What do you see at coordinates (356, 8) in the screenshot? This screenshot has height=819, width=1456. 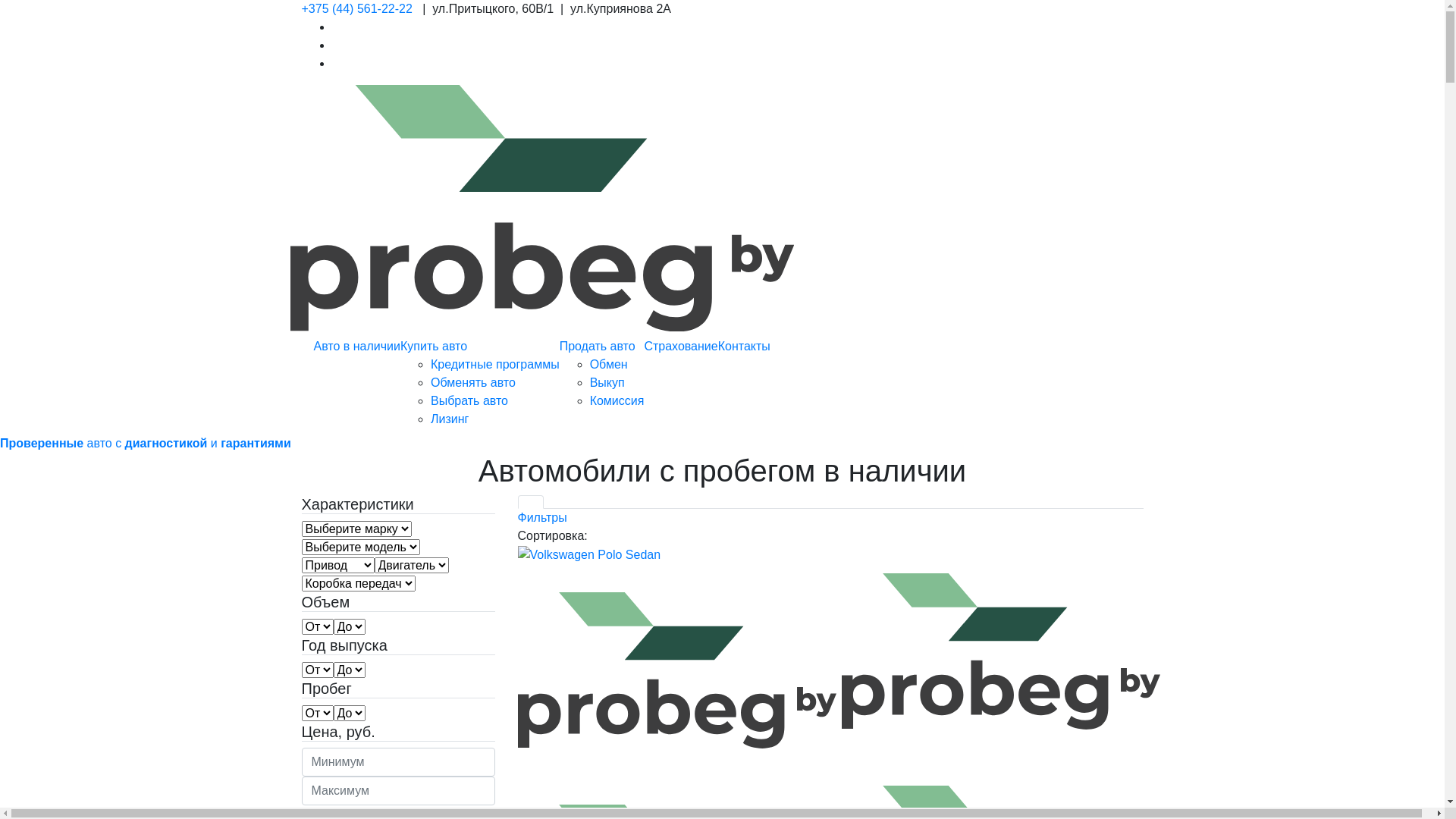 I see `'+375 (44) 561-22-22'` at bounding box center [356, 8].